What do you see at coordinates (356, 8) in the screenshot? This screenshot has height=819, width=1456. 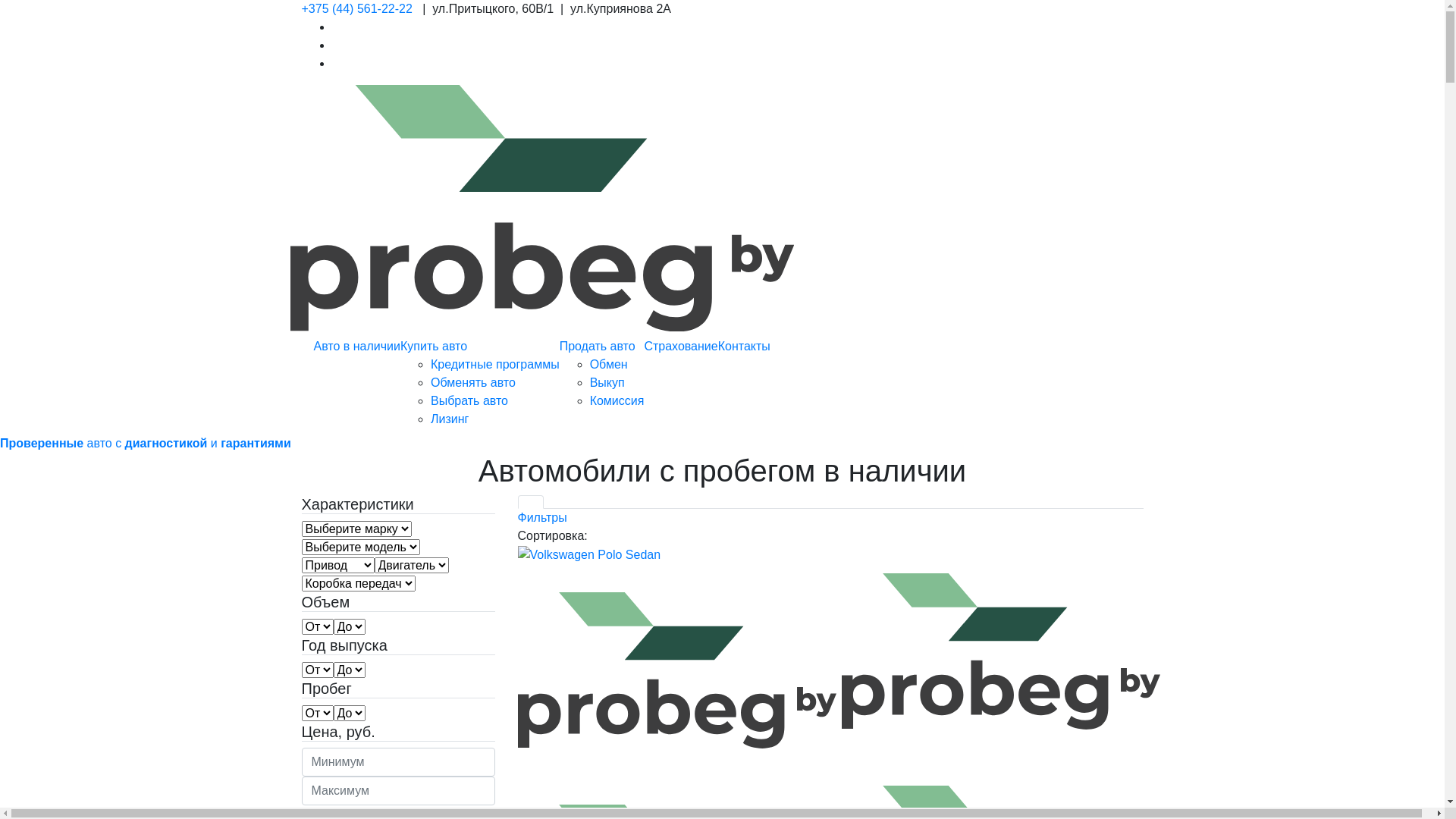 I see `'+375 (44) 561-22-22'` at bounding box center [356, 8].